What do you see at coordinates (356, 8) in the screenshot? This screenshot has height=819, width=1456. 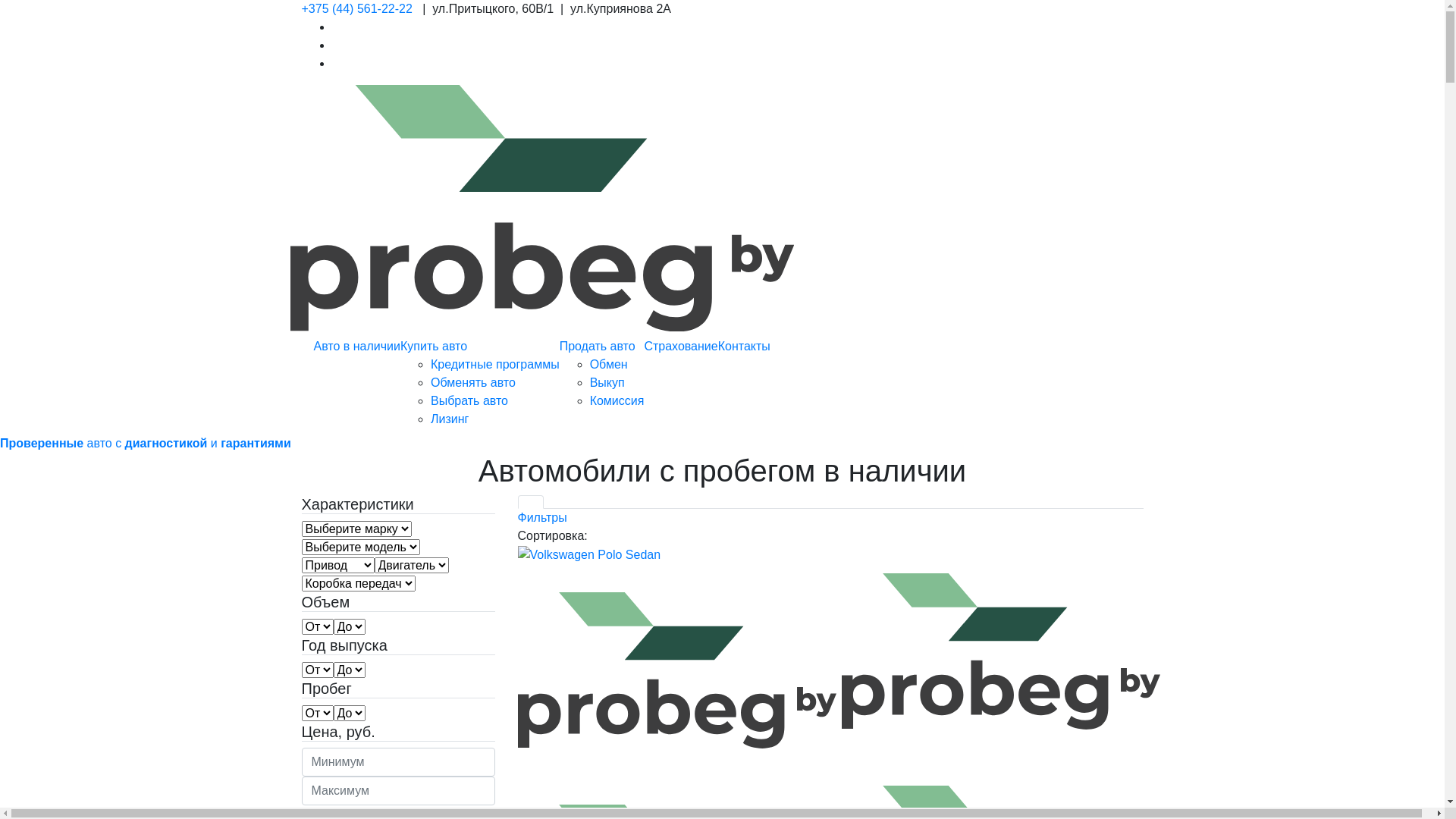 I see `'+375 (44) 561-22-22'` at bounding box center [356, 8].